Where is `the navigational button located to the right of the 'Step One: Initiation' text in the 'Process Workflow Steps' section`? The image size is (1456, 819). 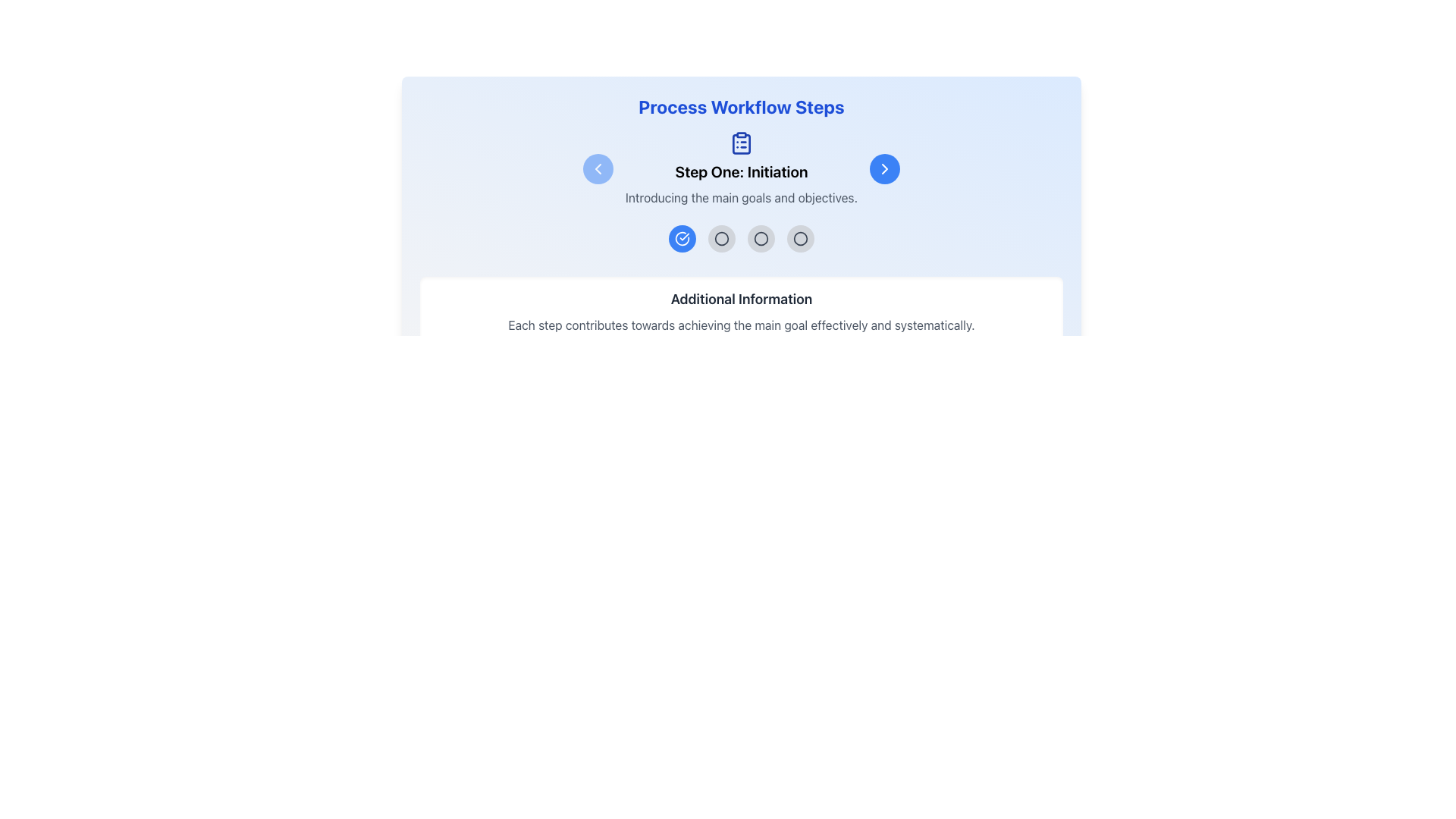
the navigational button located to the right of the 'Step One: Initiation' text in the 'Process Workflow Steps' section is located at coordinates (884, 169).